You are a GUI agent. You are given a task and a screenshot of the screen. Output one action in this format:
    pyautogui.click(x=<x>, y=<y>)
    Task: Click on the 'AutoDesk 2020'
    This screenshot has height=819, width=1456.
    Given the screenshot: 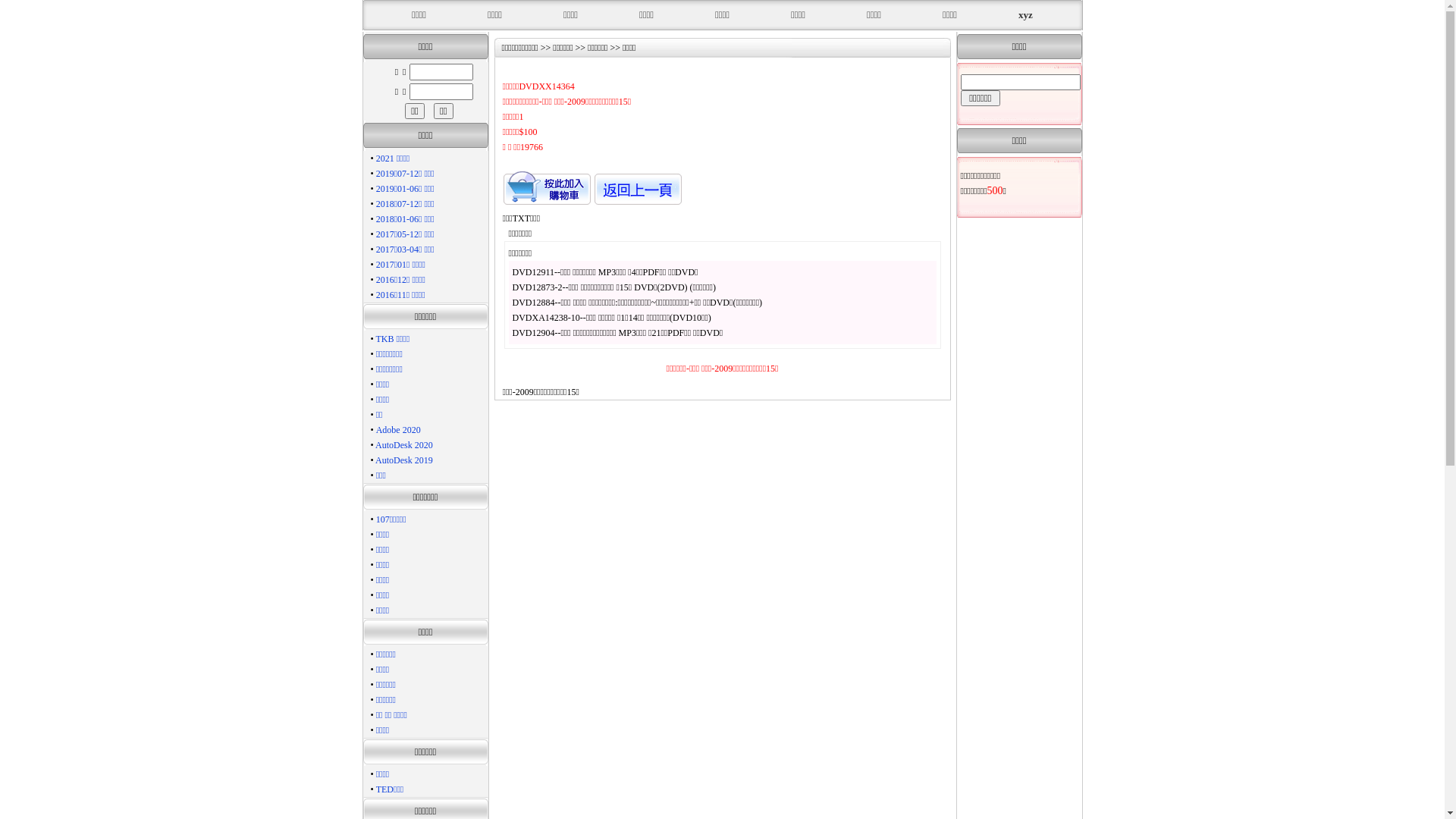 What is the action you would take?
    pyautogui.click(x=403, y=444)
    